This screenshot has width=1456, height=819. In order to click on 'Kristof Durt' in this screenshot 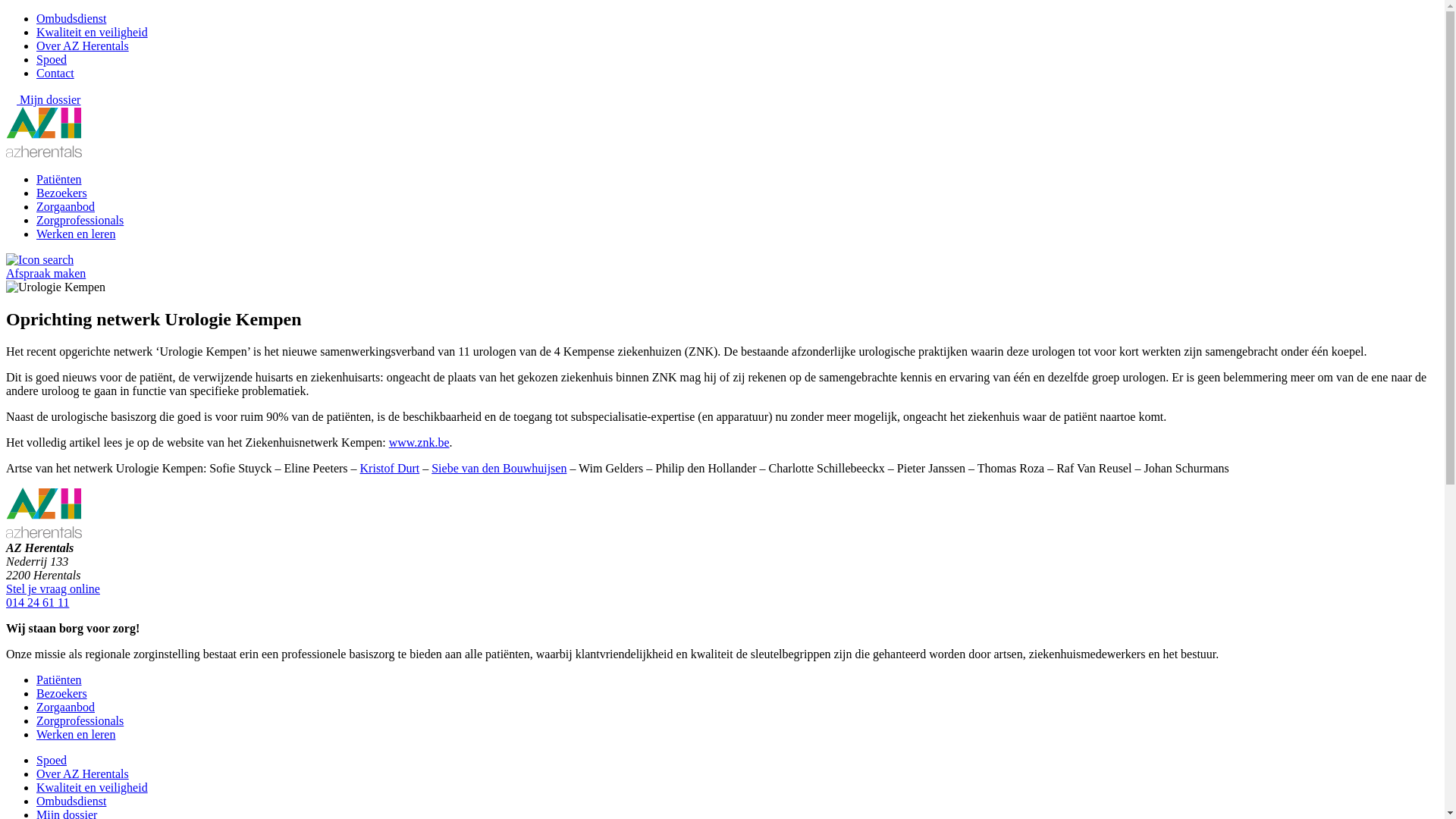, I will do `click(390, 467)`.